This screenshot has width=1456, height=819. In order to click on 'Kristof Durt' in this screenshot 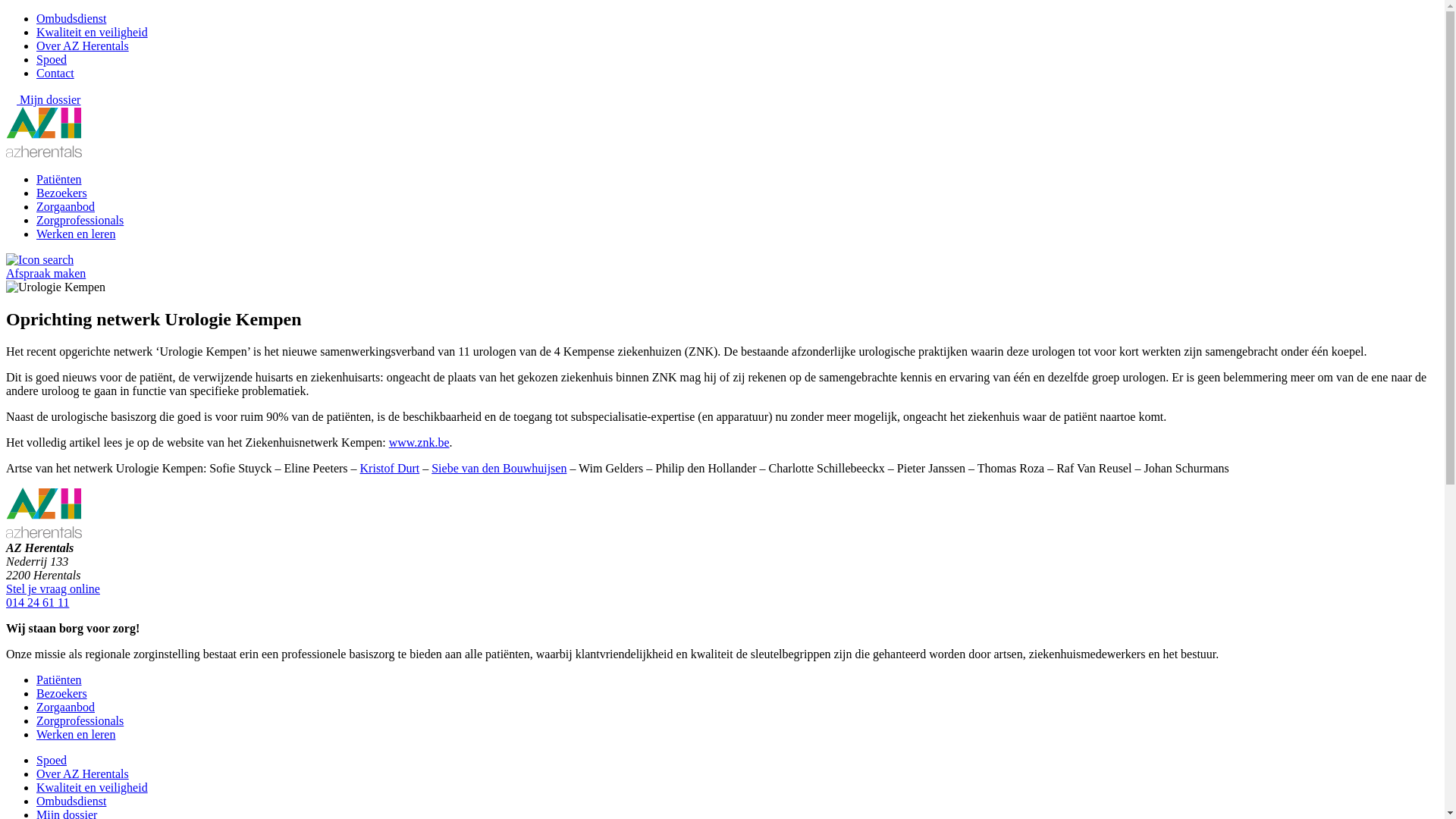, I will do `click(390, 467)`.